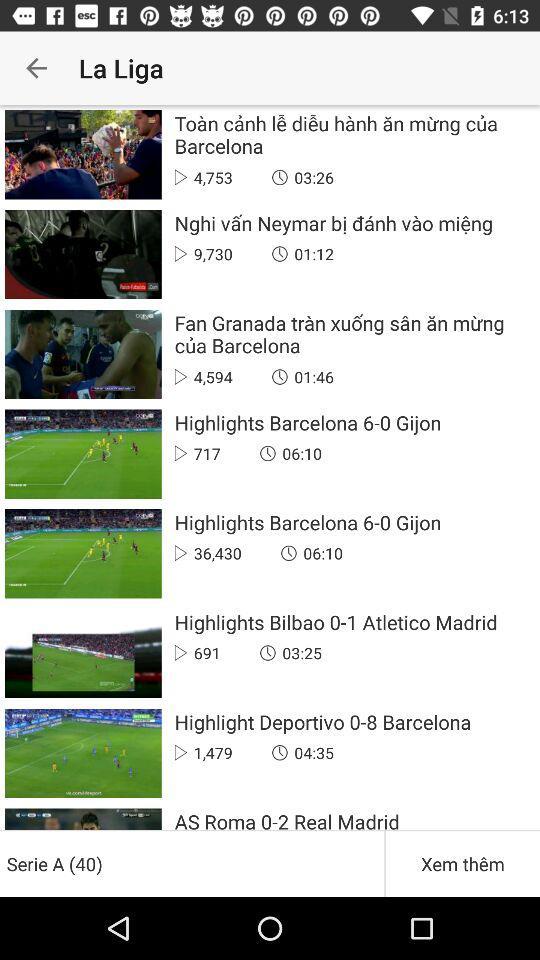 This screenshot has height=960, width=540. What do you see at coordinates (192, 863) in the screenshot?
I see `serie a (40) item` at bounding box center [192, 863].